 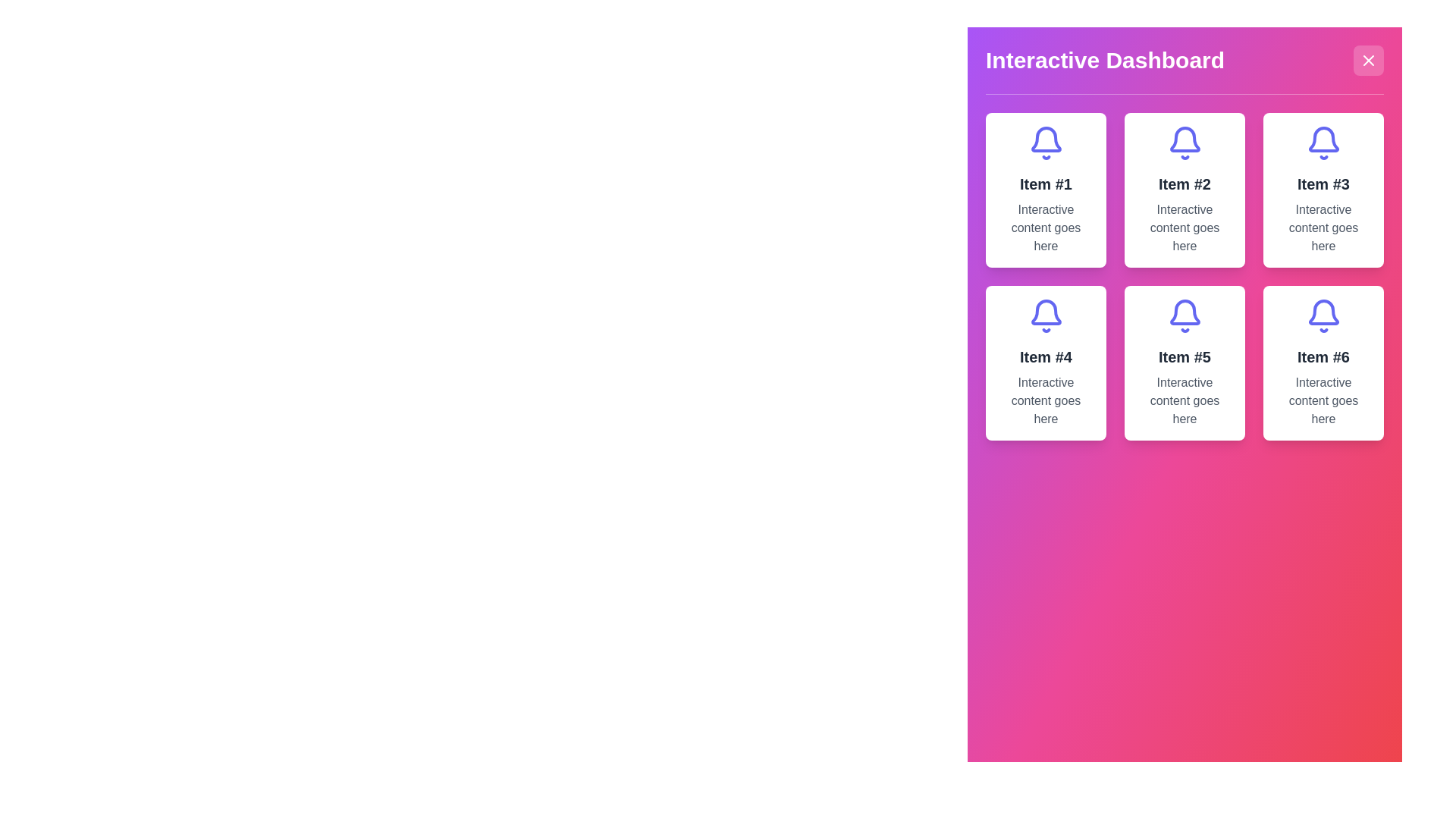 What do you see at coordinates (1045, 362) in the screenshot?
I see `the fourth card in the grid layout that represents 'Item #4' in the dashboard` at bounding box center [1045, 362].